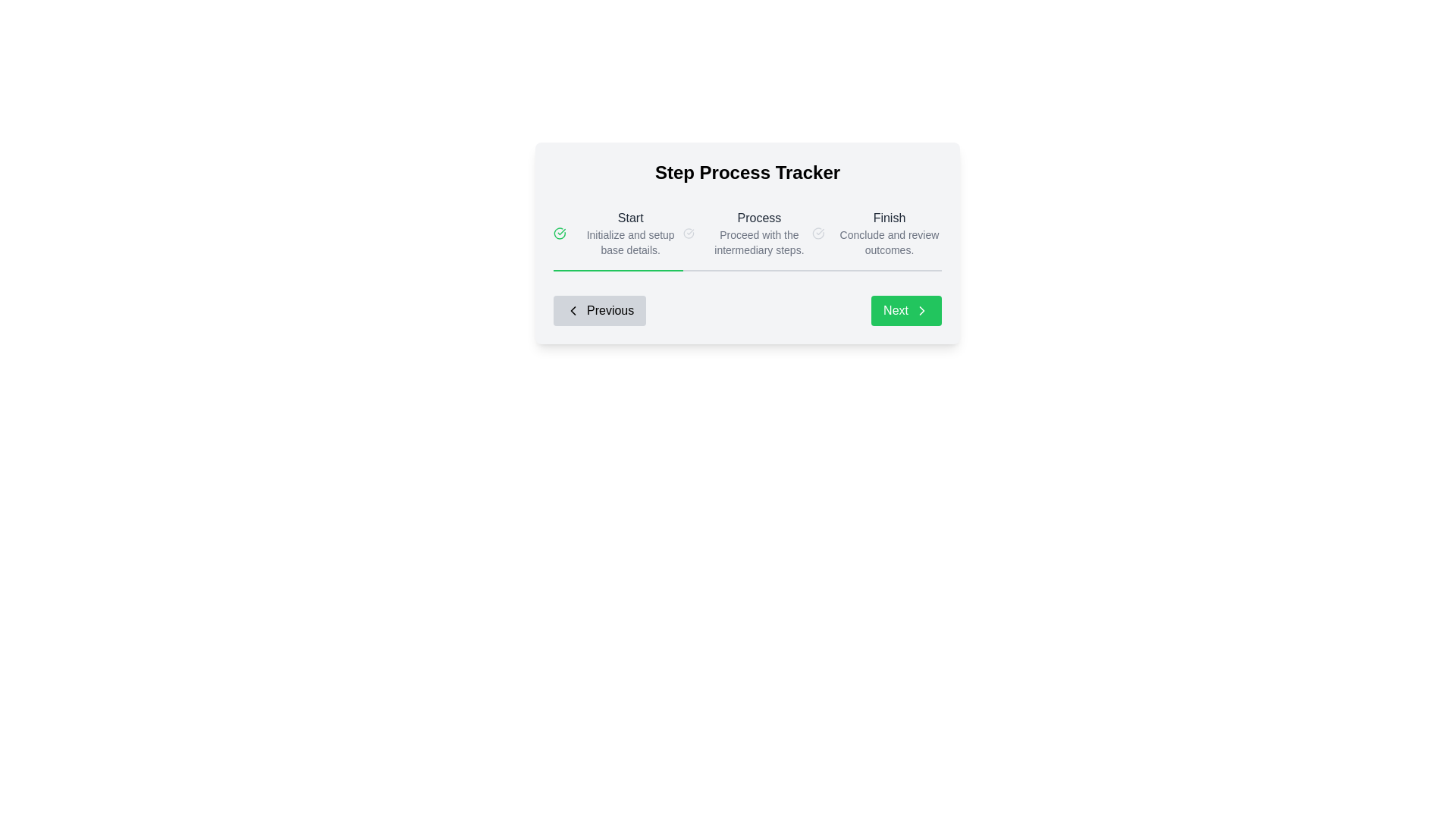 The height and width of the screenshot is (819, 1456). What do you see at coordinates (921, 309) in the screenshot?
I see `the right-pointing chevron icon within the 'Next' button, which indicates a forward action` at bounding box center [921, 309].